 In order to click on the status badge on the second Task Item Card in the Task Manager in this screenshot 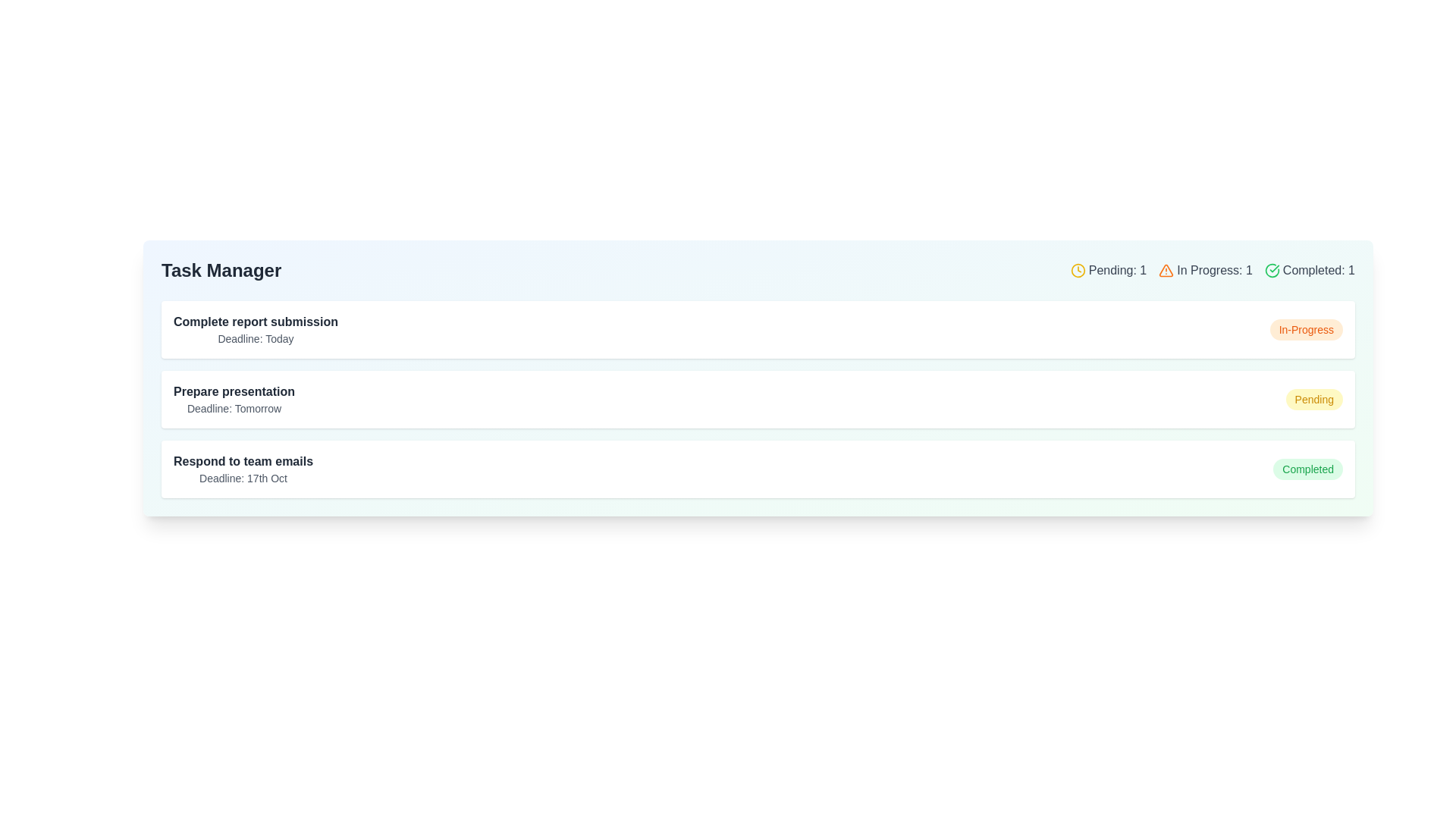, I will do `click(758, 399)`.